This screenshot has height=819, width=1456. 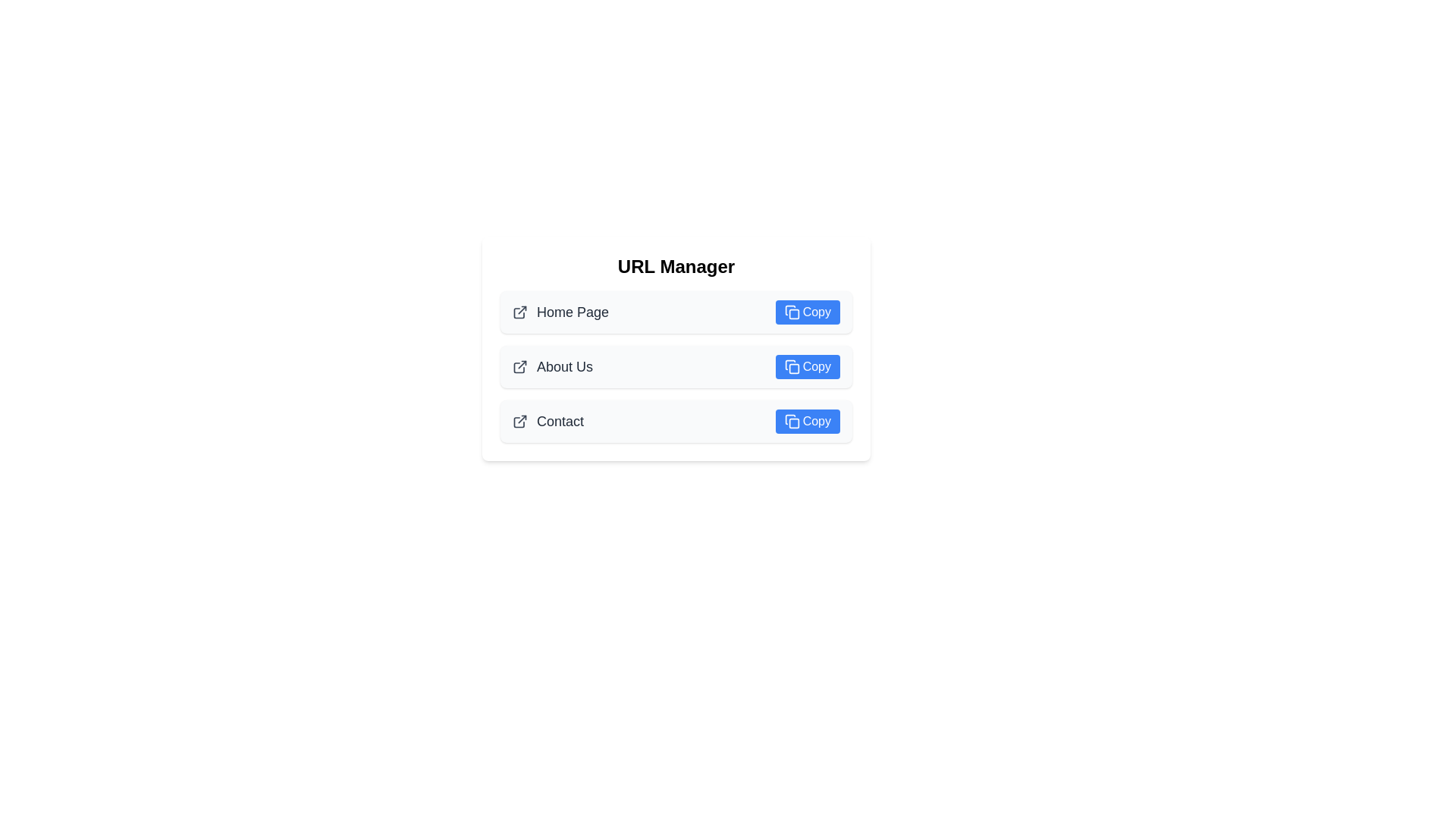 What do you see at coordinates (519, 422) in the screenshot?
I see `the third icon` at bounding box center [519, 422].